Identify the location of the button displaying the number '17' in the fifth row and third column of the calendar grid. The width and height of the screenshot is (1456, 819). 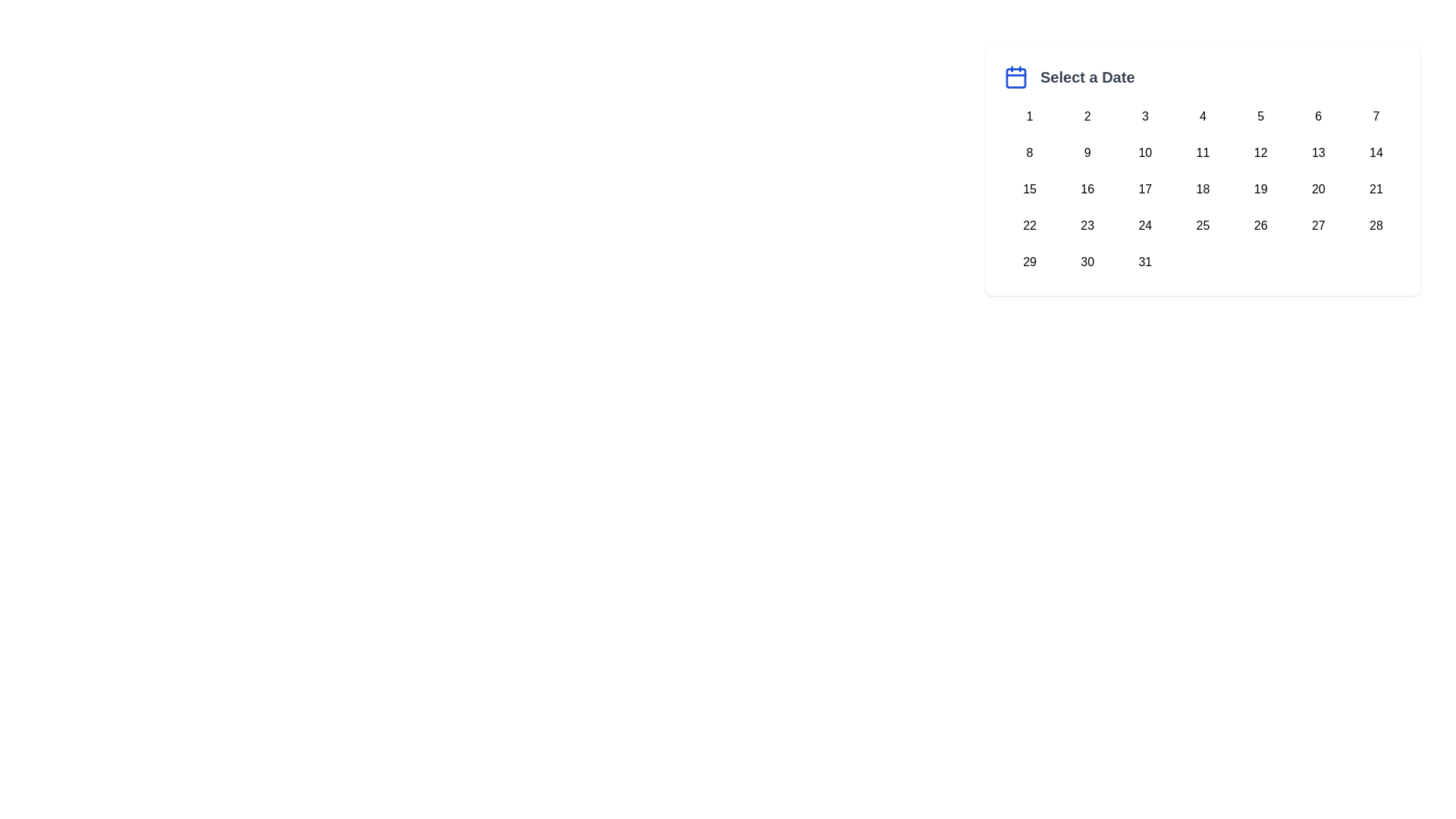
(1145, 189).